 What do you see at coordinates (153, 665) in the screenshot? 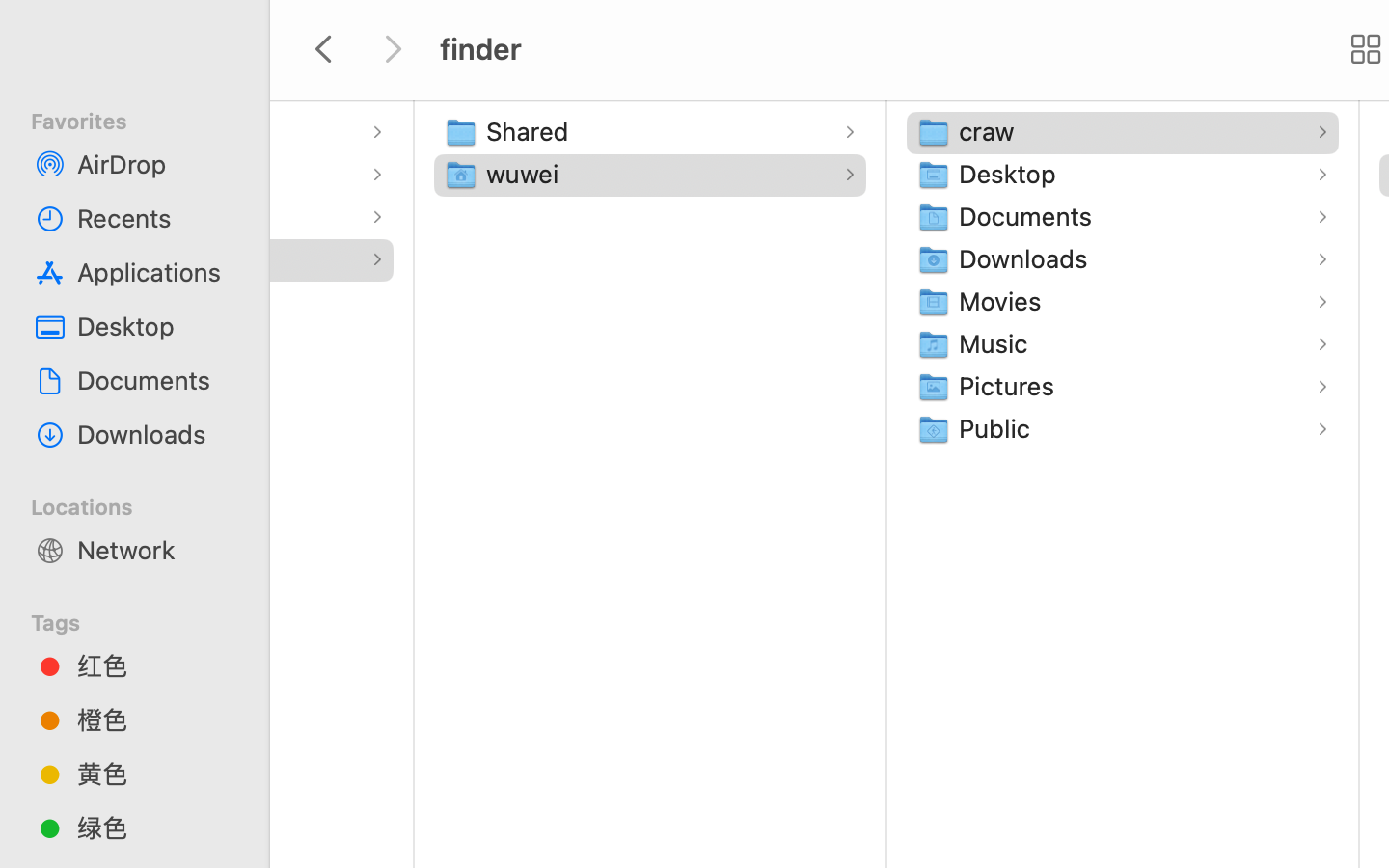
I see `'红色'` at bounding box center [153, 665].